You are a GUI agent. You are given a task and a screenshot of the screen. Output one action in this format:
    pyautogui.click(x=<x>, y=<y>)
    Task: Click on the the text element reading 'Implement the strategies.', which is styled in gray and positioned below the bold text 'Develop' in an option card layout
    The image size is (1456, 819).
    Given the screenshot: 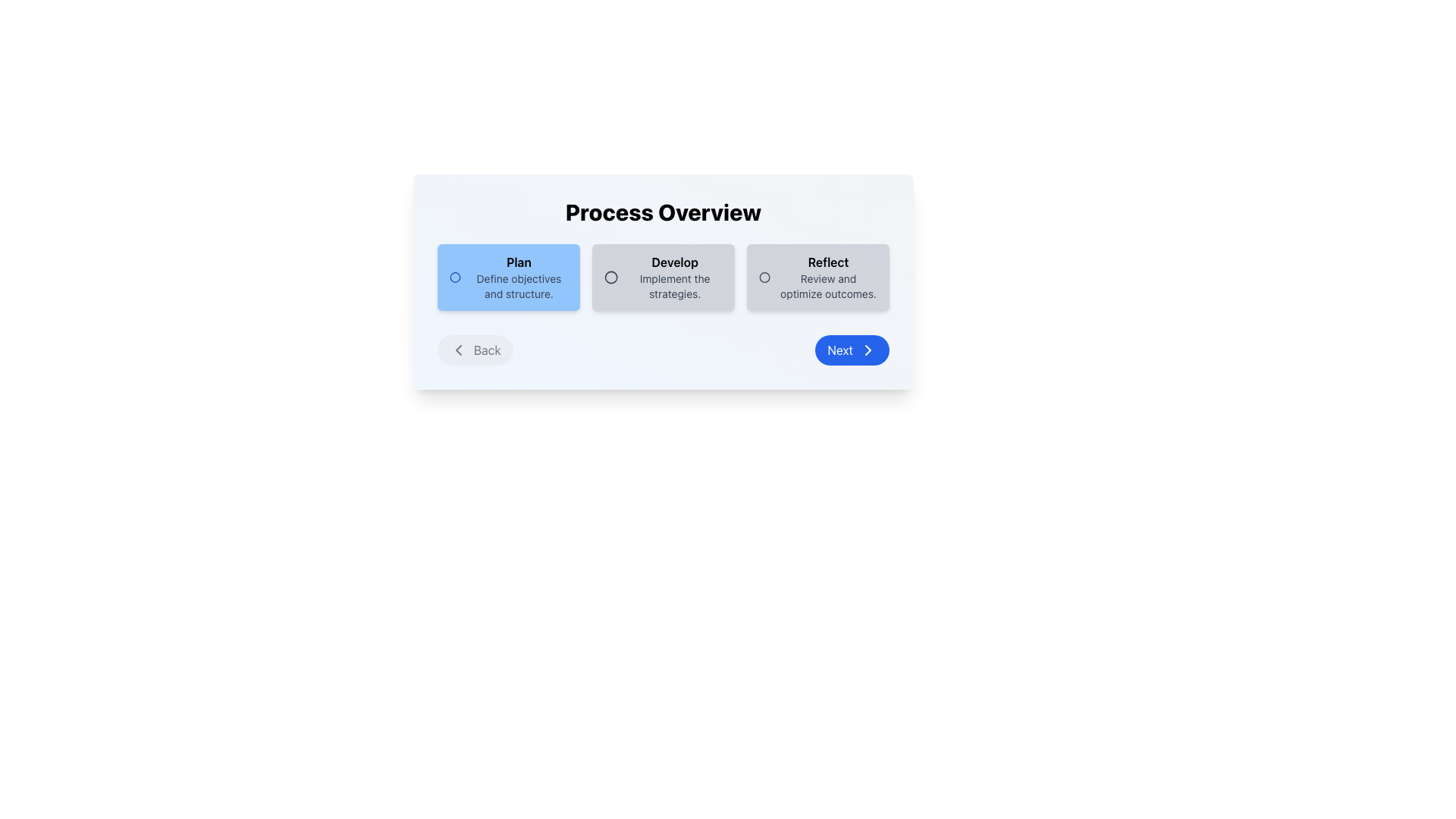 What is the action you would take?
    pyautogui.click(x=674, y=287)
    